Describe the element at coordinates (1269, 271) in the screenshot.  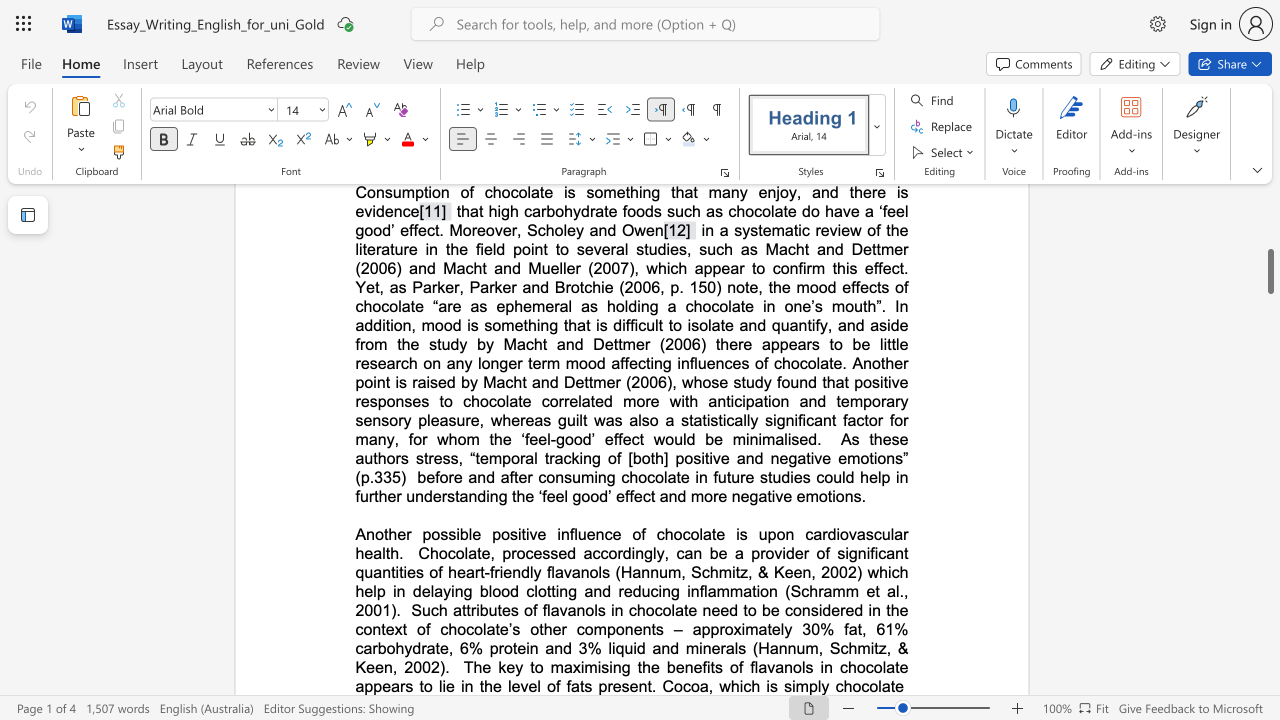
I see `the scrollbar and move down 3220 pixels` at that location.